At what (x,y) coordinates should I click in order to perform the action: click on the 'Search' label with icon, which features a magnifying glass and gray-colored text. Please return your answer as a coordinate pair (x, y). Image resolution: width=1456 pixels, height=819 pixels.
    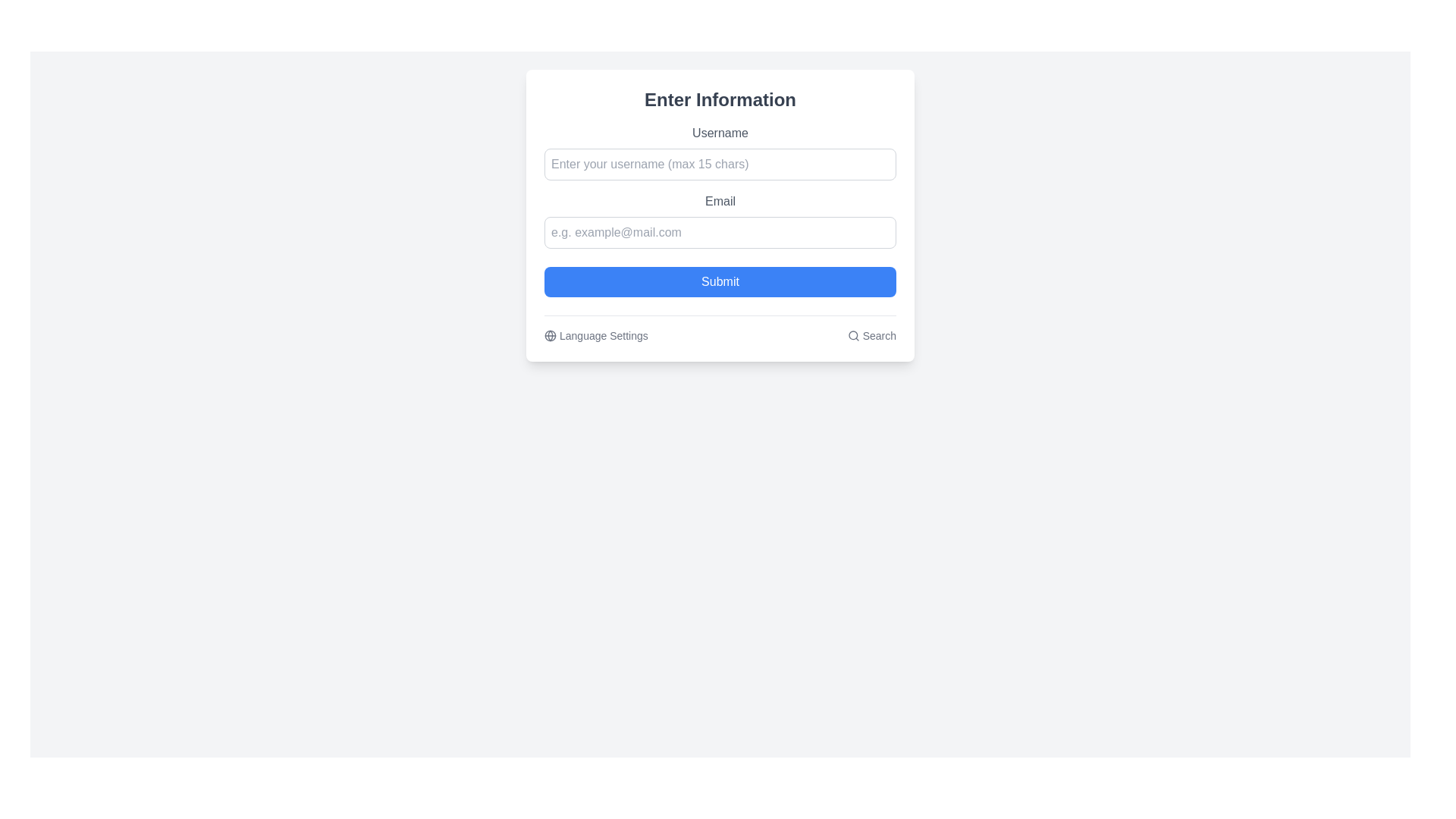
    Looking at the image, I should click on (871, 335).